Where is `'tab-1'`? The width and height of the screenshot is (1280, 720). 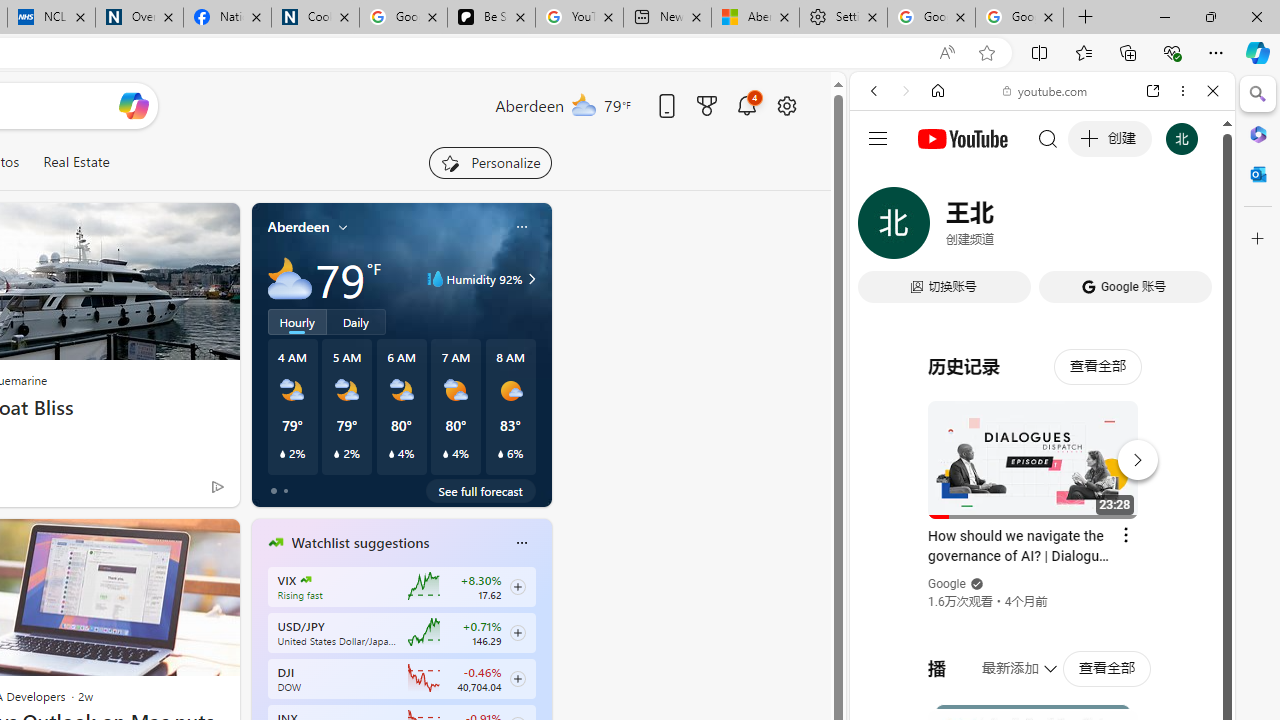 'tab-1' is located at coordinates (284, 491).